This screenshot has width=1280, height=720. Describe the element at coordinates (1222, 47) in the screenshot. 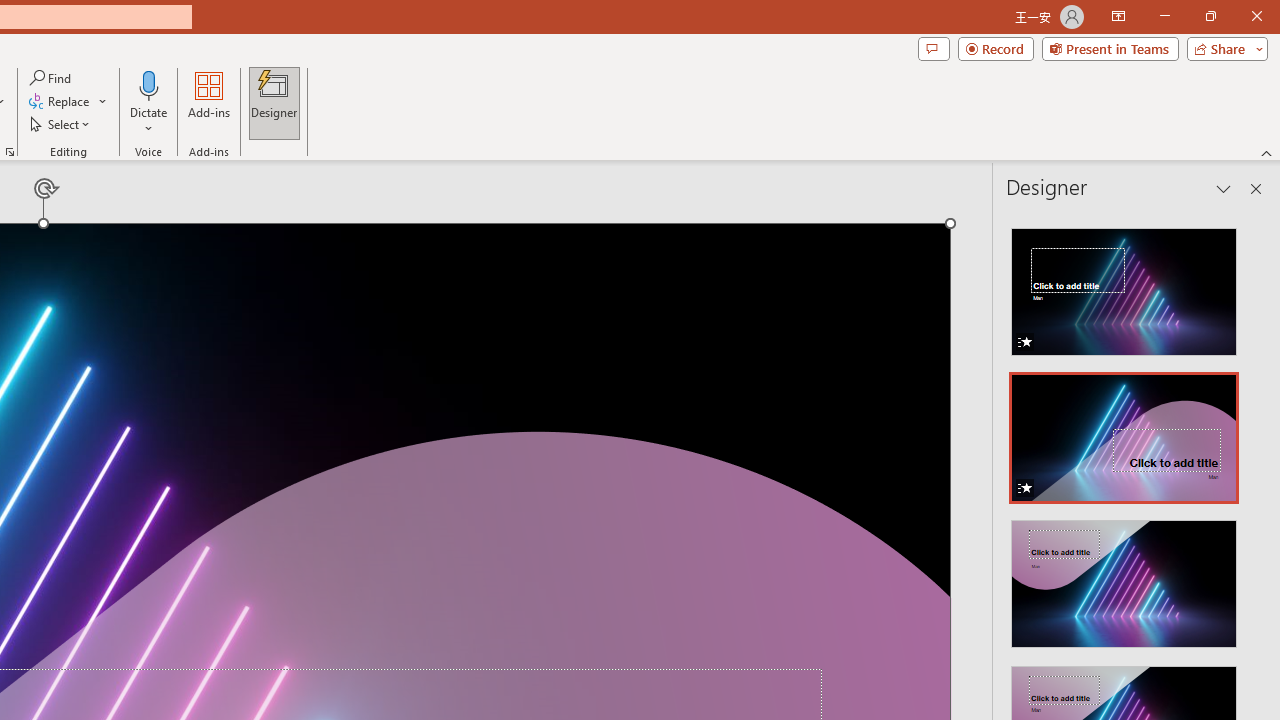

I see `'Share'` at that location.